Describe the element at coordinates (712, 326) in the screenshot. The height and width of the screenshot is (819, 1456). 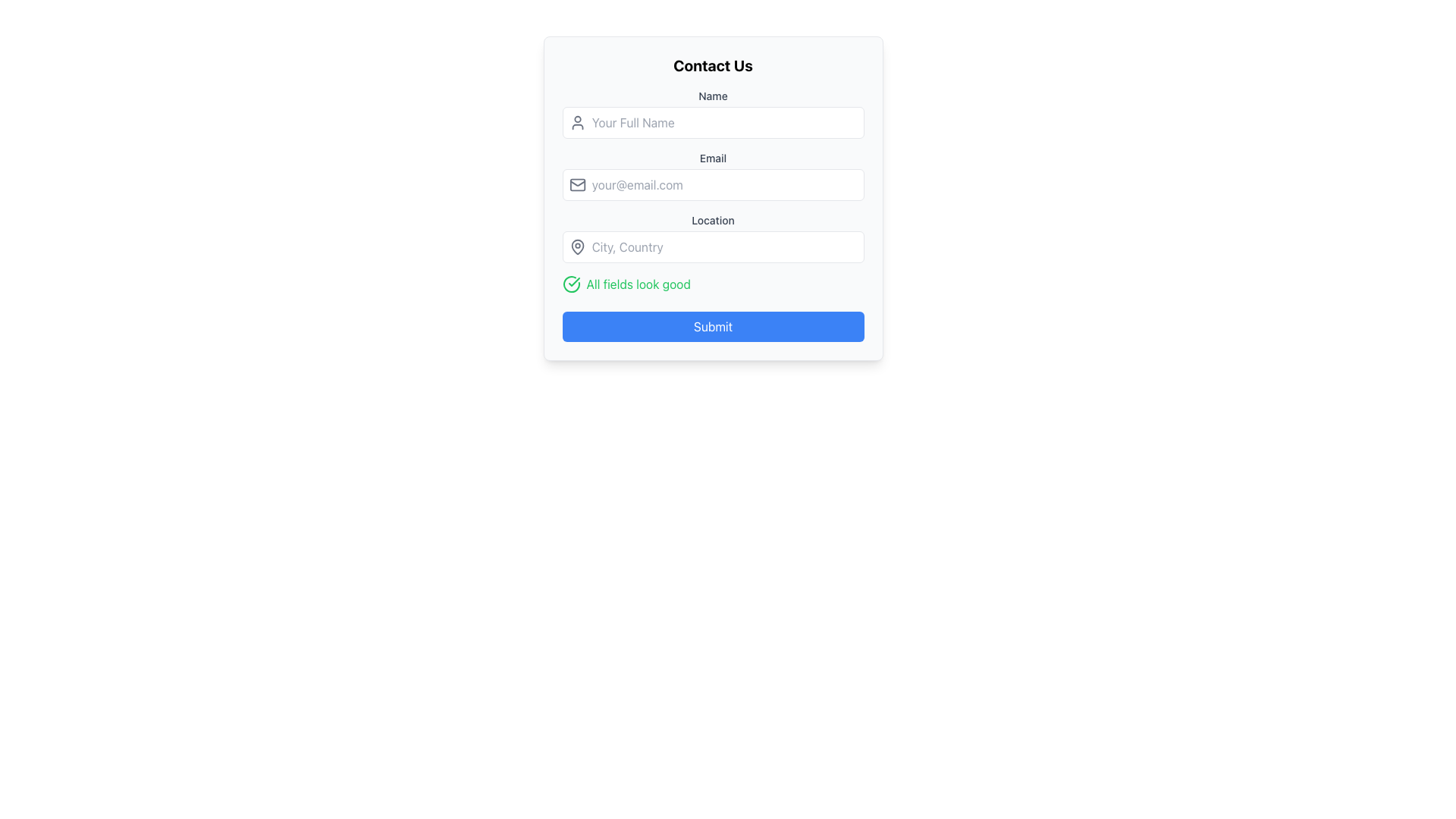
I see `the submit button located at the bottom of the form interface` at that location.